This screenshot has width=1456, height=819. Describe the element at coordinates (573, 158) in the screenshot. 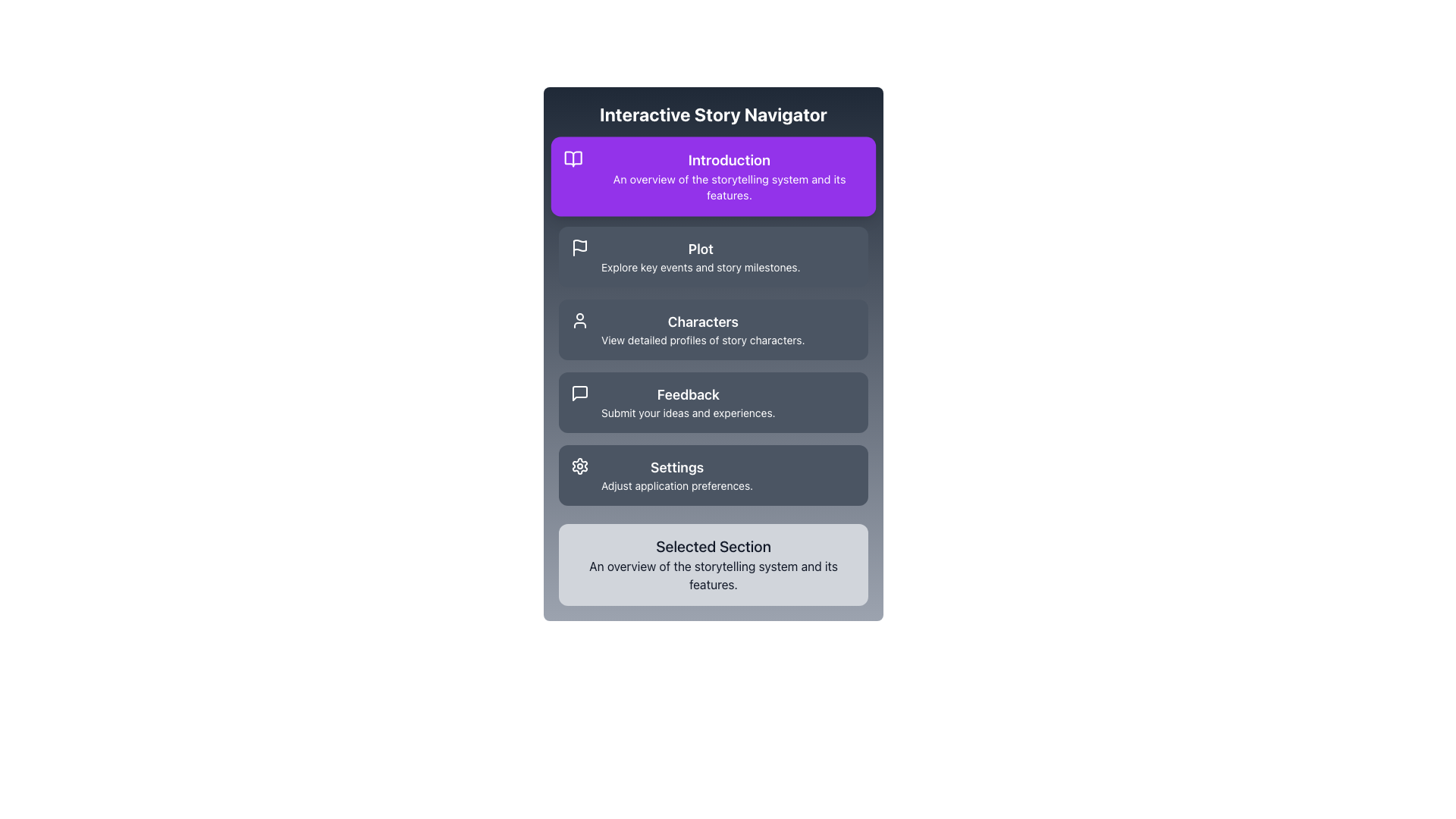

I see `the 'Introduction' section icon, which visually indicates information or a starting point and is positioned to the left of the 'Introduction' text` at that location.